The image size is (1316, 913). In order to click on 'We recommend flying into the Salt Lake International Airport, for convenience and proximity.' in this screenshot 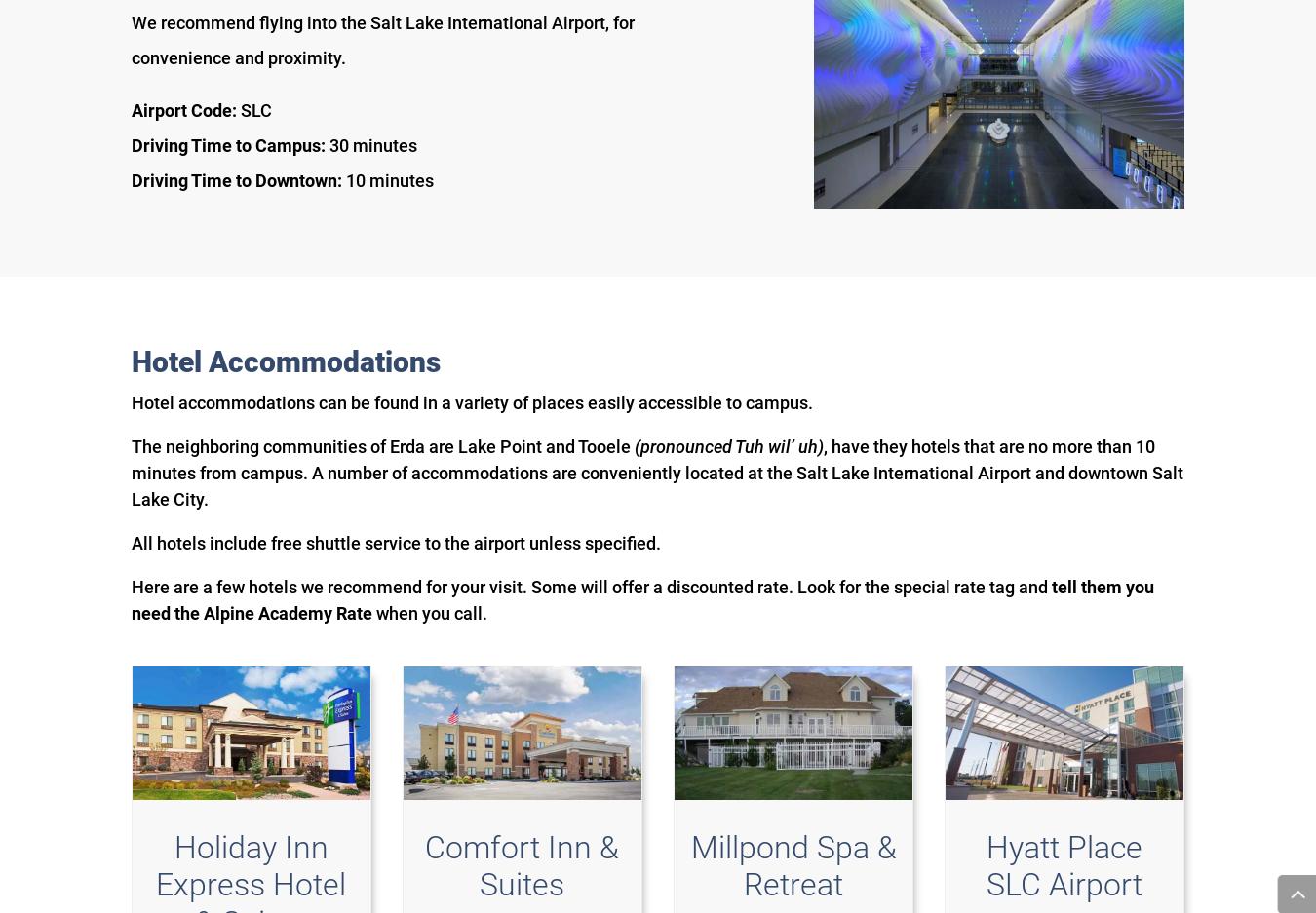, I will do `click(382, 40)`.